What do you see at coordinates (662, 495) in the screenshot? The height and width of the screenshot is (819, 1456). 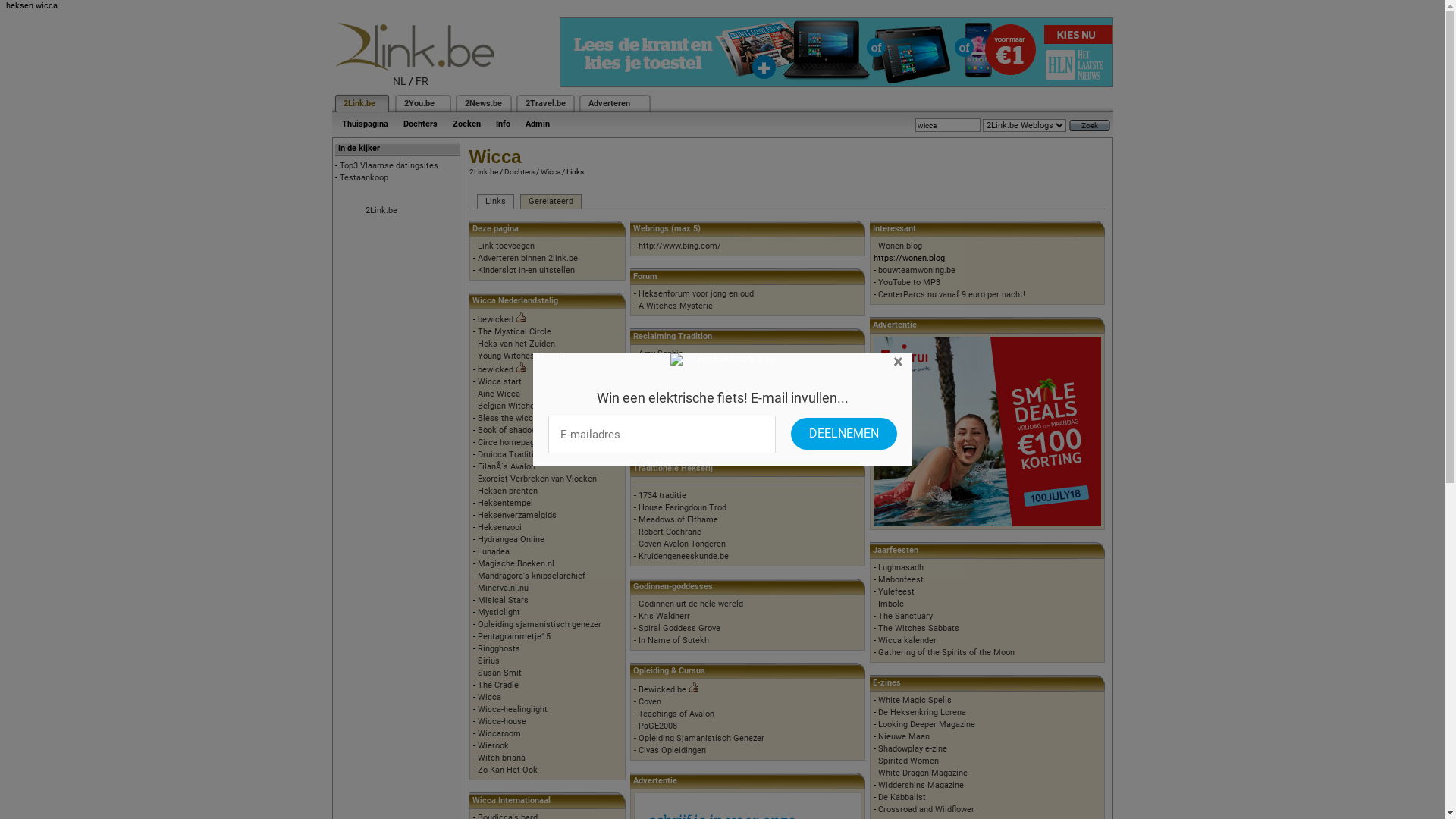 I see `'1734 traditie'` at bounding box center [662, 495].